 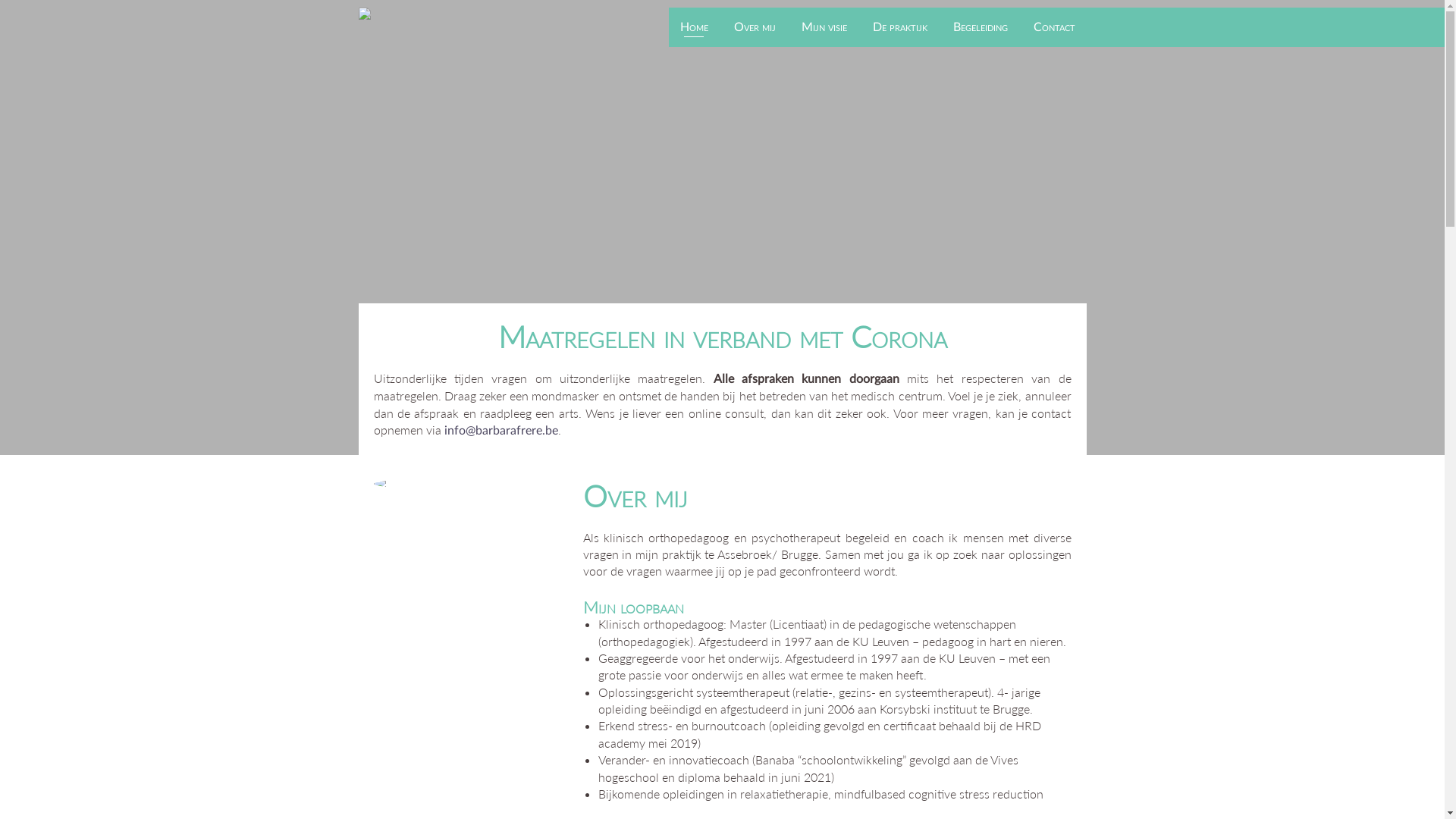 What do you see at coordinates (980, 27) in the screenshot?
I see `'Begeleiding'` at bounding box center [980, 27].